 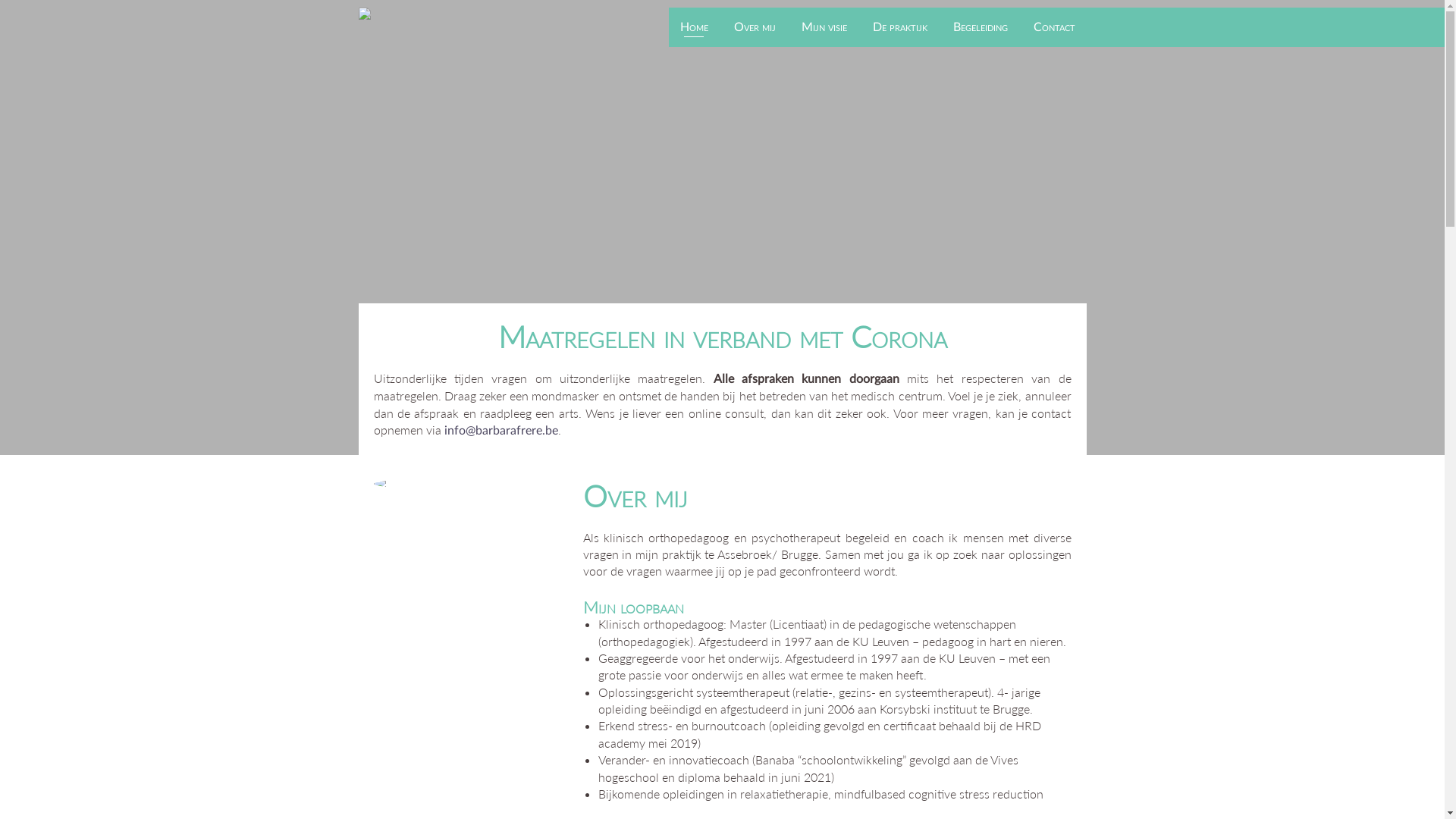 What do you see at coordinates (980, 27) in the screenshot?
I see `'Begeleiding'` at bounding box center [980, 27].